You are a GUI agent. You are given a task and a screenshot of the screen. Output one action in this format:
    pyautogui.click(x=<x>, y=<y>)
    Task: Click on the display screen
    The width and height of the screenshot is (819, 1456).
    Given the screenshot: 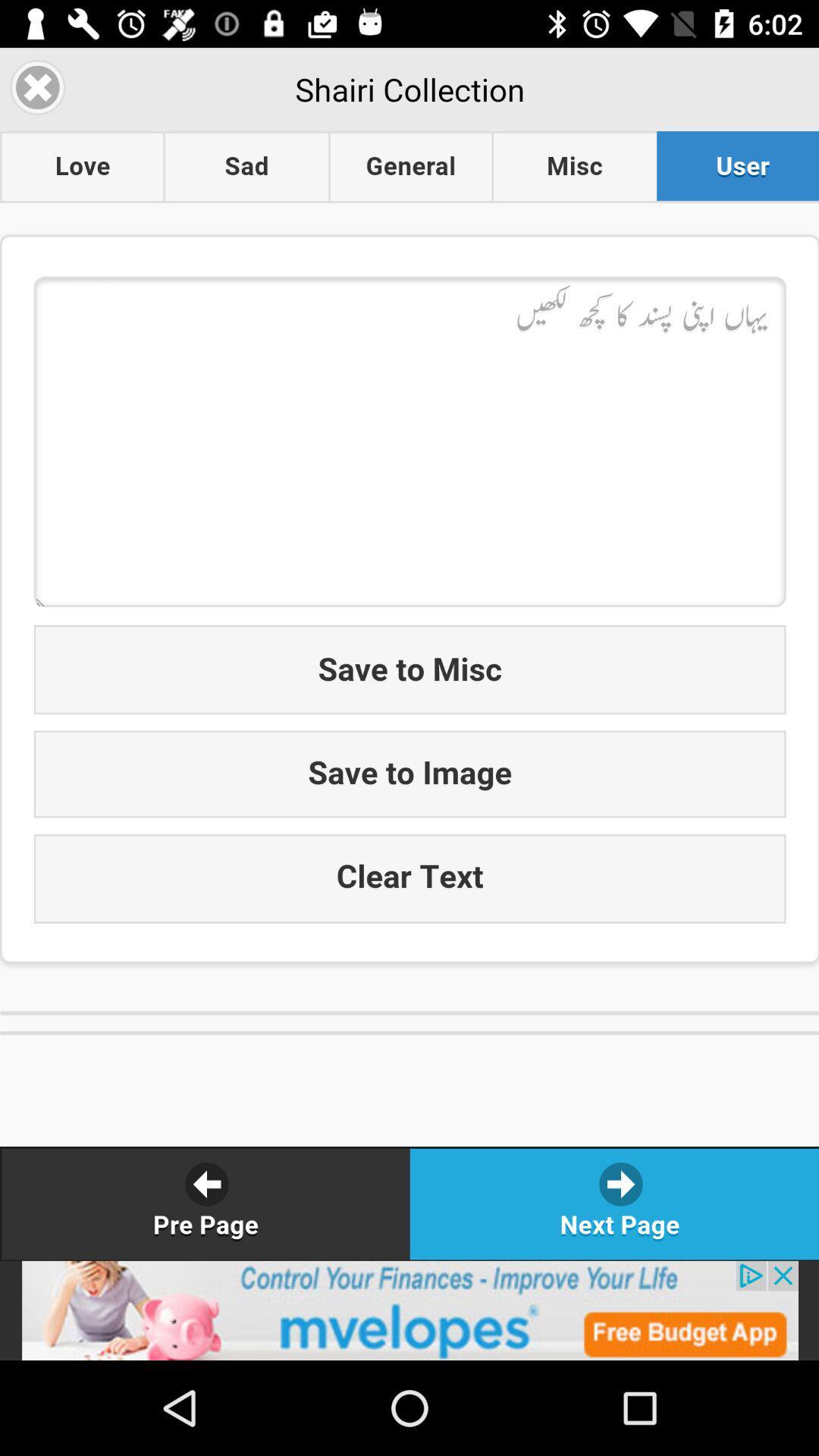 What is the action you would take?
    pyautogui.click(x=409, y=654)
    